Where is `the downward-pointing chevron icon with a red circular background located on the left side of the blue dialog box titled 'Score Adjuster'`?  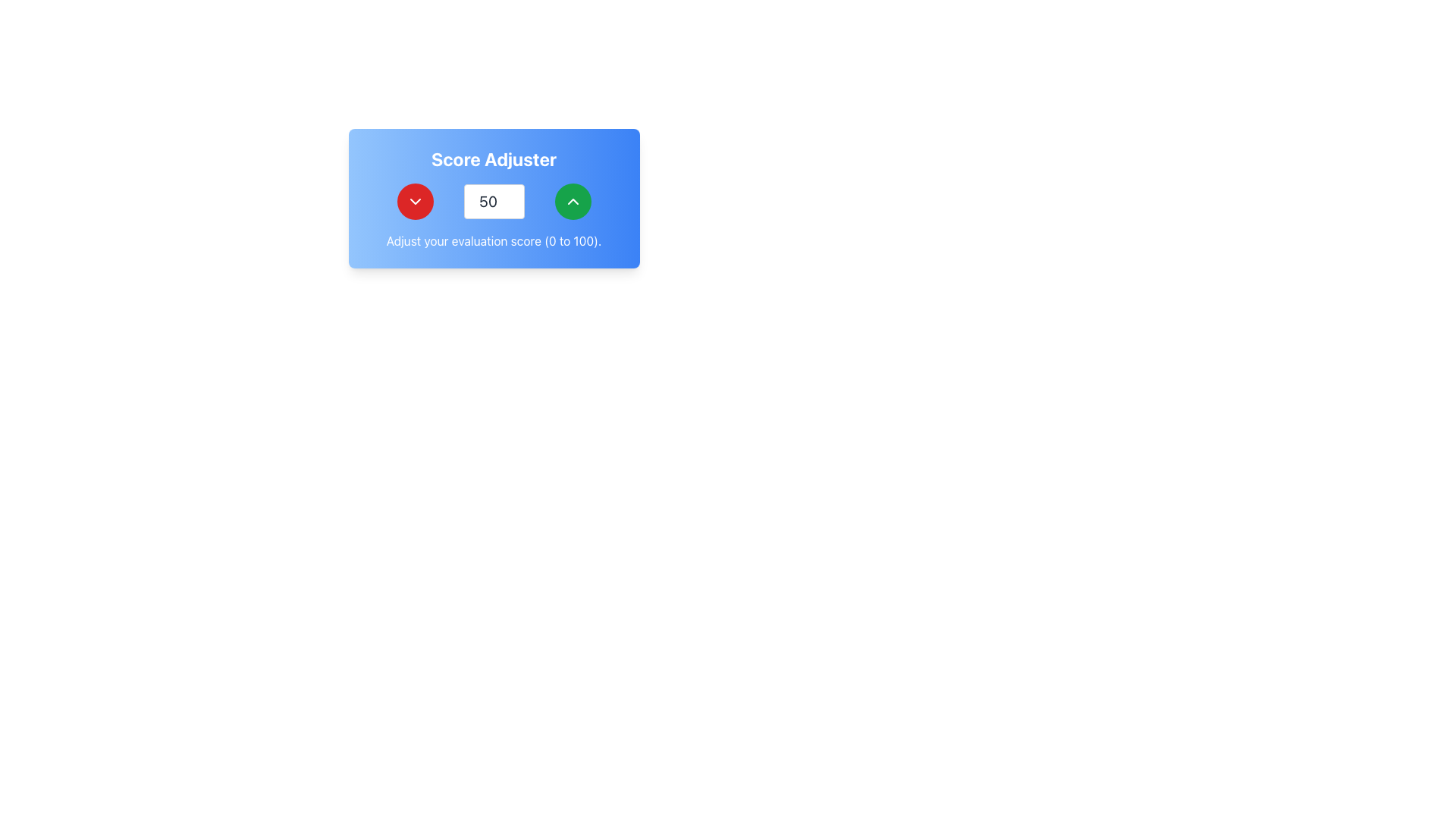
the downward-pointing chevron icon with a red circular background located on the left side of the blue dialog box titled 'Score Adjuster' is located at coordinates (415, 201).